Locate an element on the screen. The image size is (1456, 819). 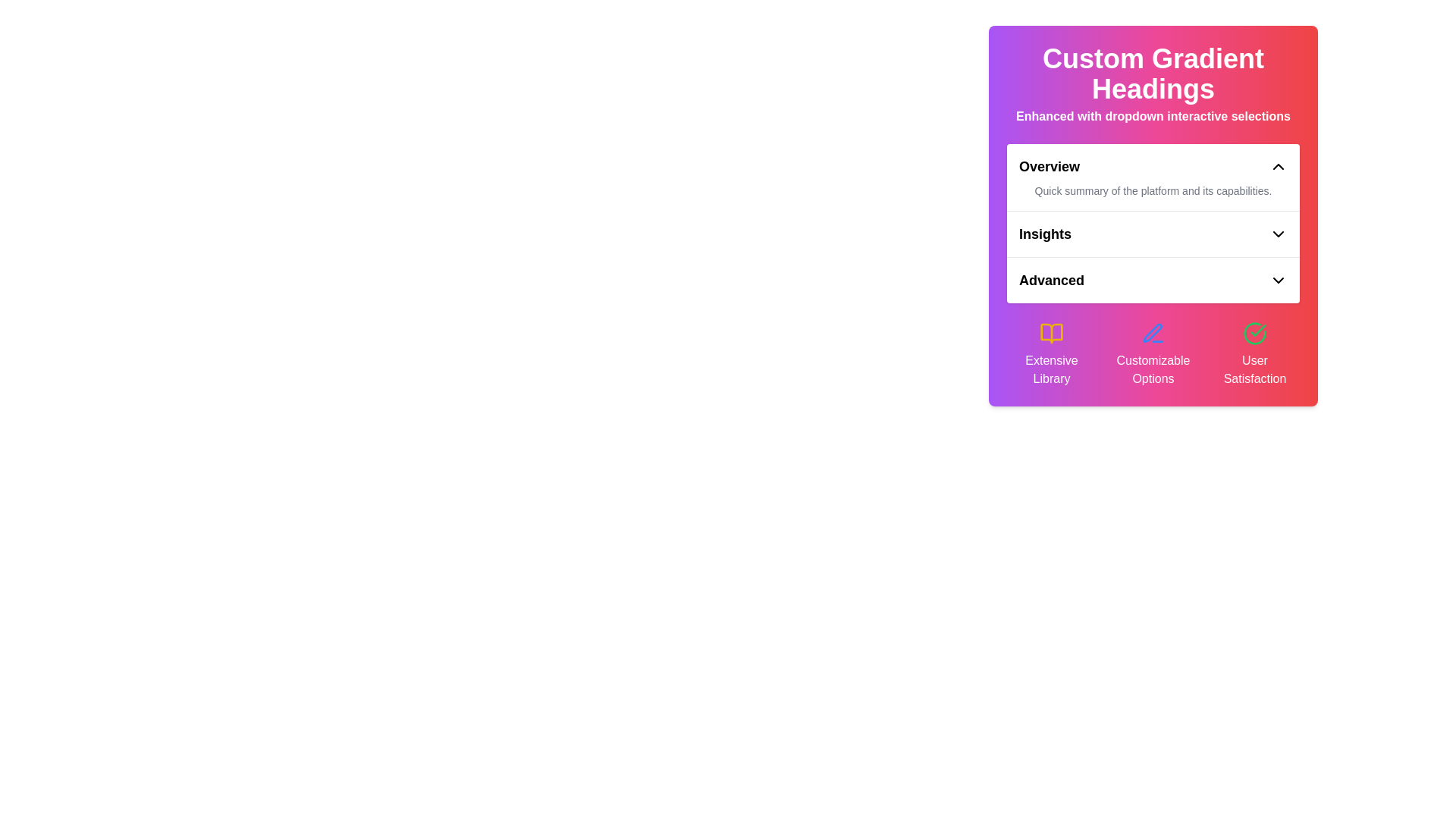
the middle stylized pen icon within the blue square icon located at the bottom-middle part of the gradient card interface is located at coordinates (1153, 332).